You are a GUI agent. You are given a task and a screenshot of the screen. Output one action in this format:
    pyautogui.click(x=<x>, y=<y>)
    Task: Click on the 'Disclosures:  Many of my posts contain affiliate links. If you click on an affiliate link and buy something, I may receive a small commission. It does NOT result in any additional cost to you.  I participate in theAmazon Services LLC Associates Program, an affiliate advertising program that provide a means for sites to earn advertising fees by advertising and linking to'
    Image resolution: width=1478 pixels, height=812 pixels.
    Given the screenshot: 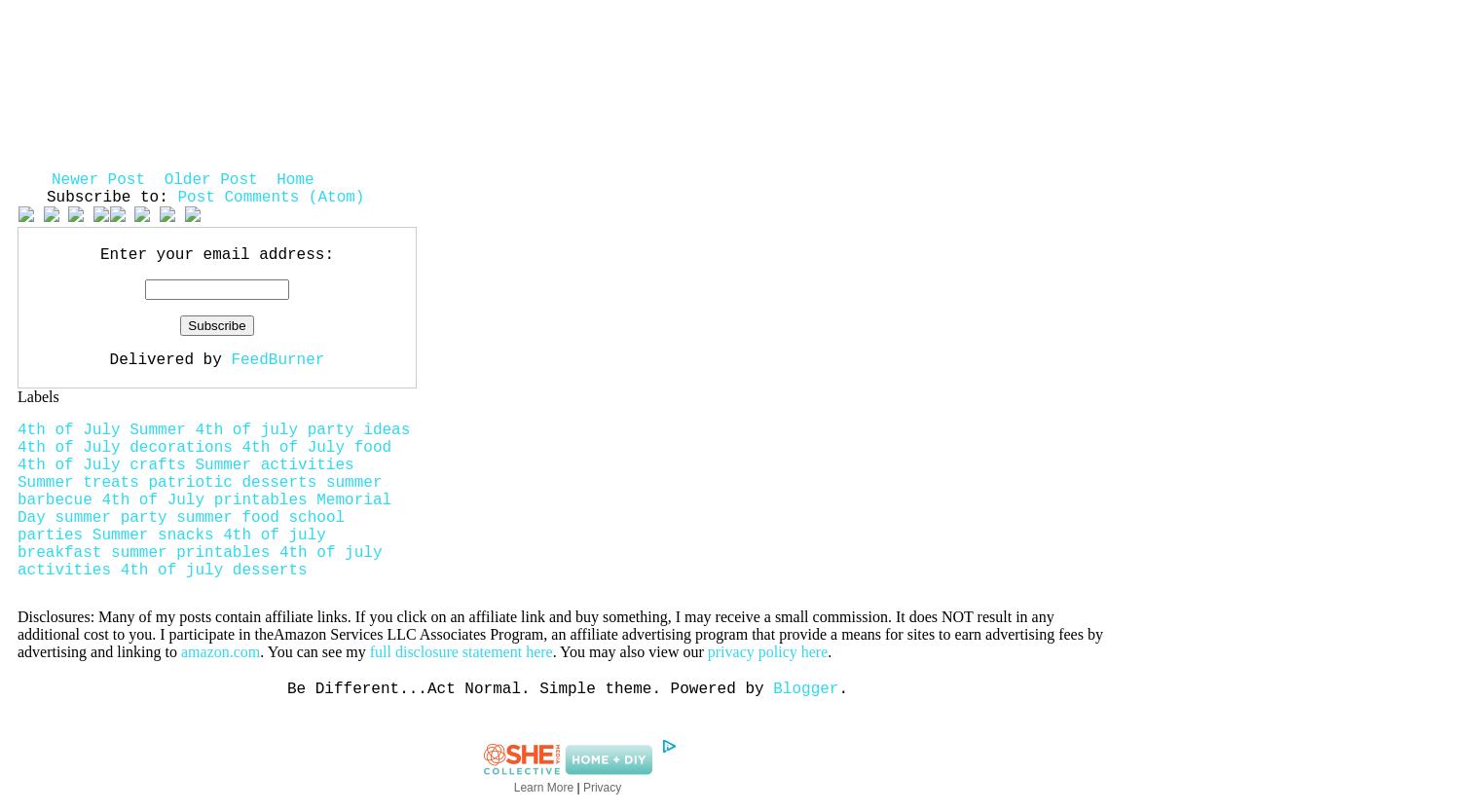 What is the action you would take?
    pyautogui.click(x=17, y=633)
    